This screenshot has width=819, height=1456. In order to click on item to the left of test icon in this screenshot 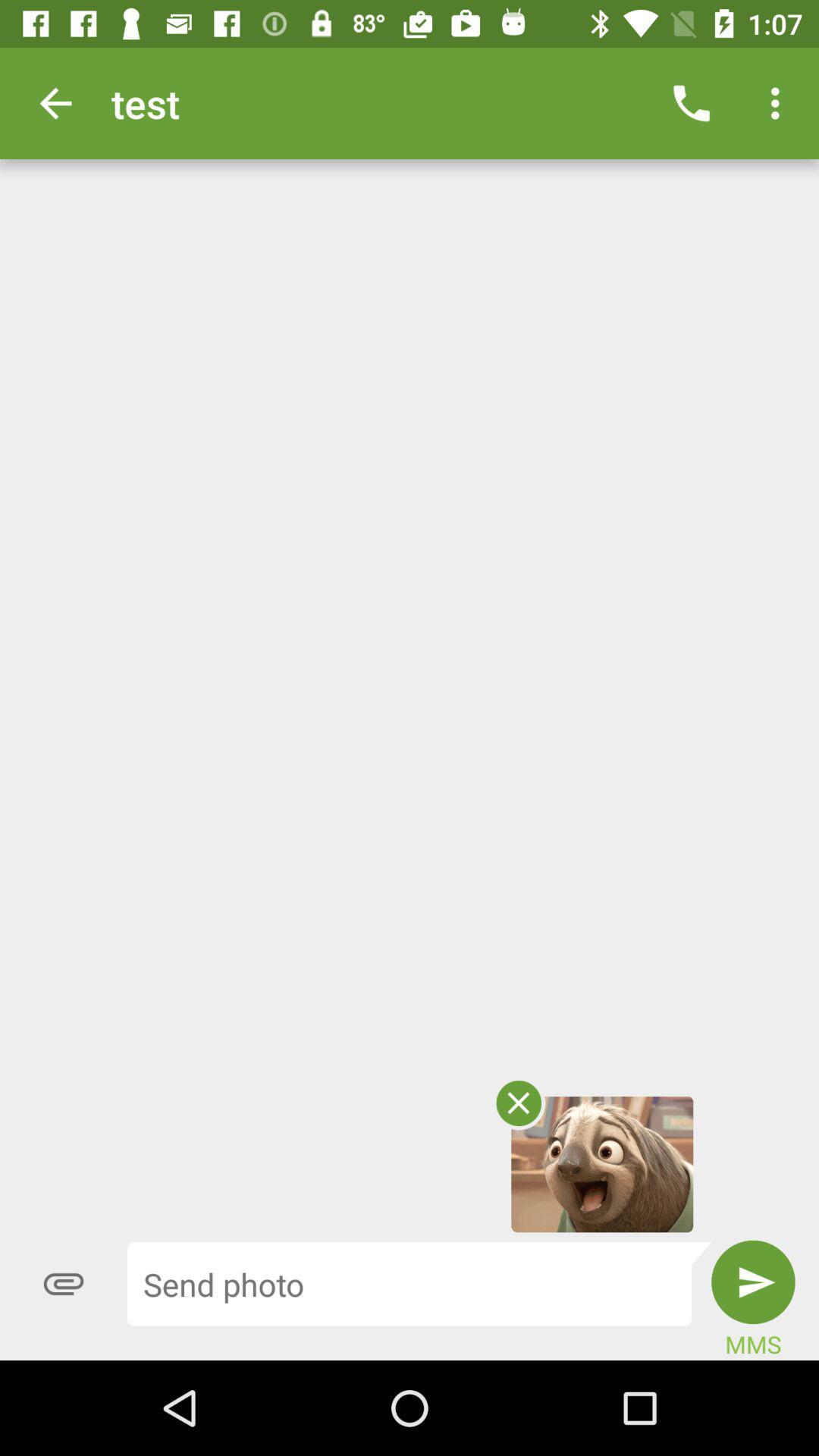, I will do `click(55, 102)`.